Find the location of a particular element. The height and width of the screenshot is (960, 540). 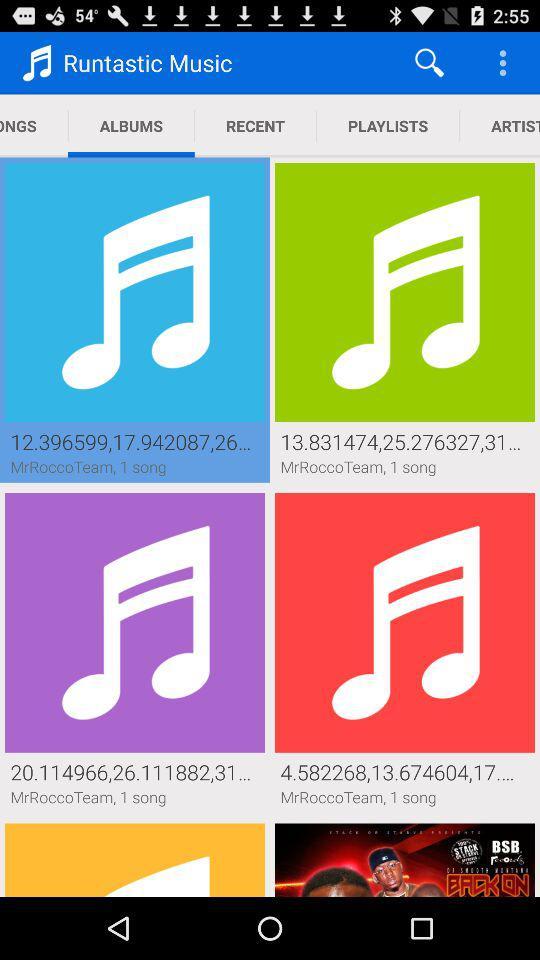

icon to the right of playlists is located at coordinates (498, 125).